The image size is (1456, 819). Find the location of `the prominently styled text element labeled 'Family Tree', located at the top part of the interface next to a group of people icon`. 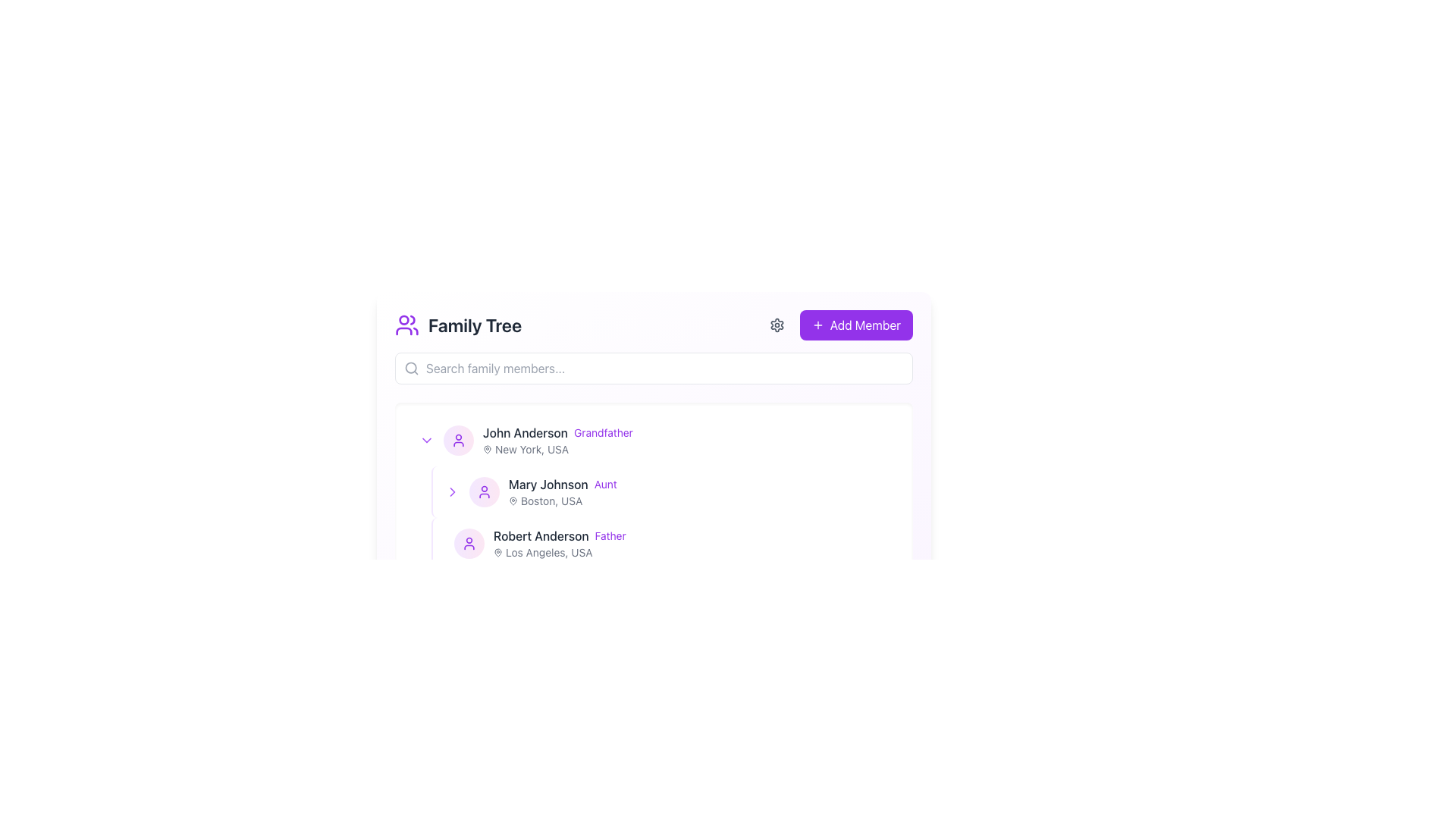

the prominently styled text element labeled 'Family Tree', located at the top part of the interface next to a group of people icon is located at coordinates (474, 324).